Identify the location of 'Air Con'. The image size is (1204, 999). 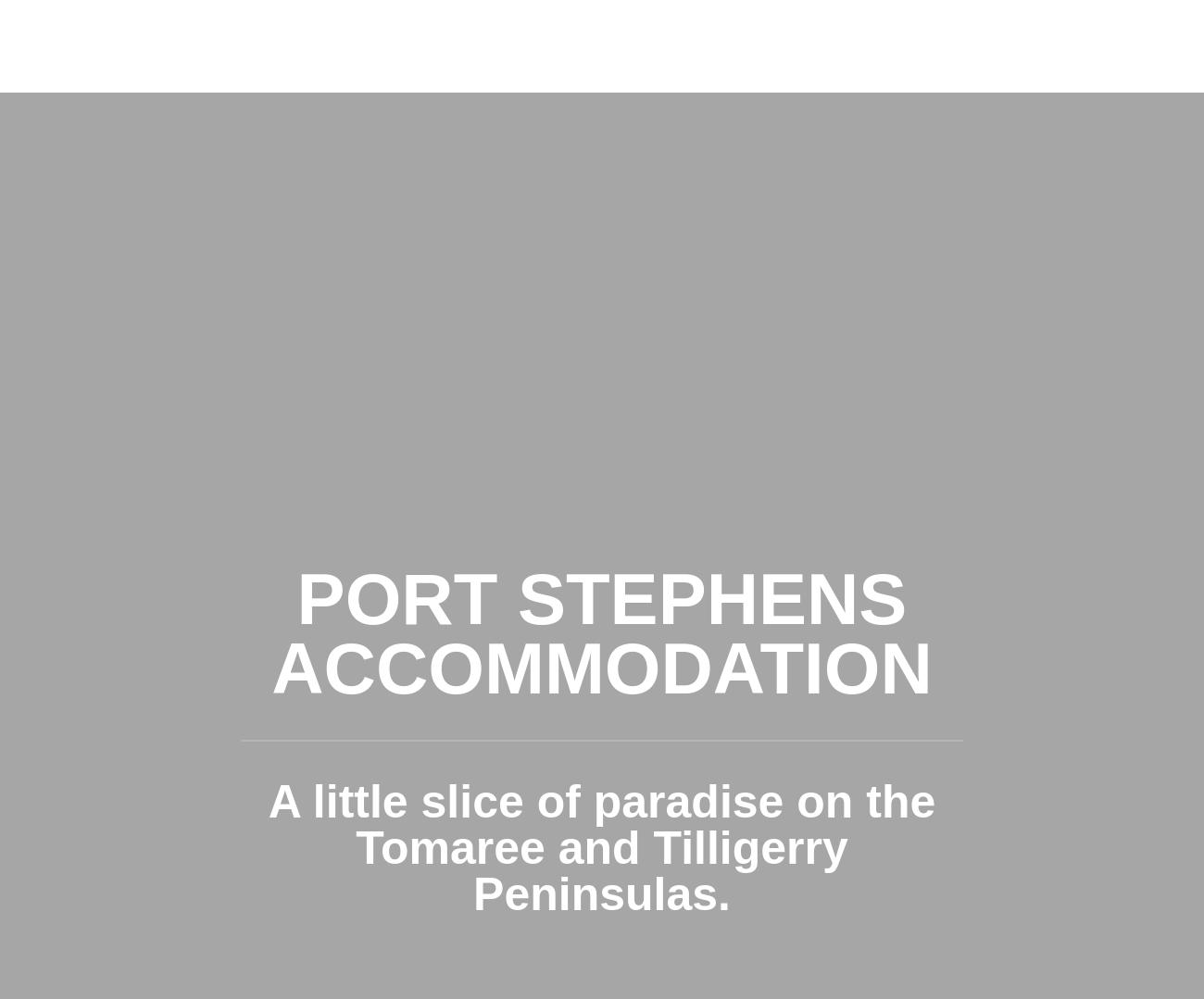
(582, 380).